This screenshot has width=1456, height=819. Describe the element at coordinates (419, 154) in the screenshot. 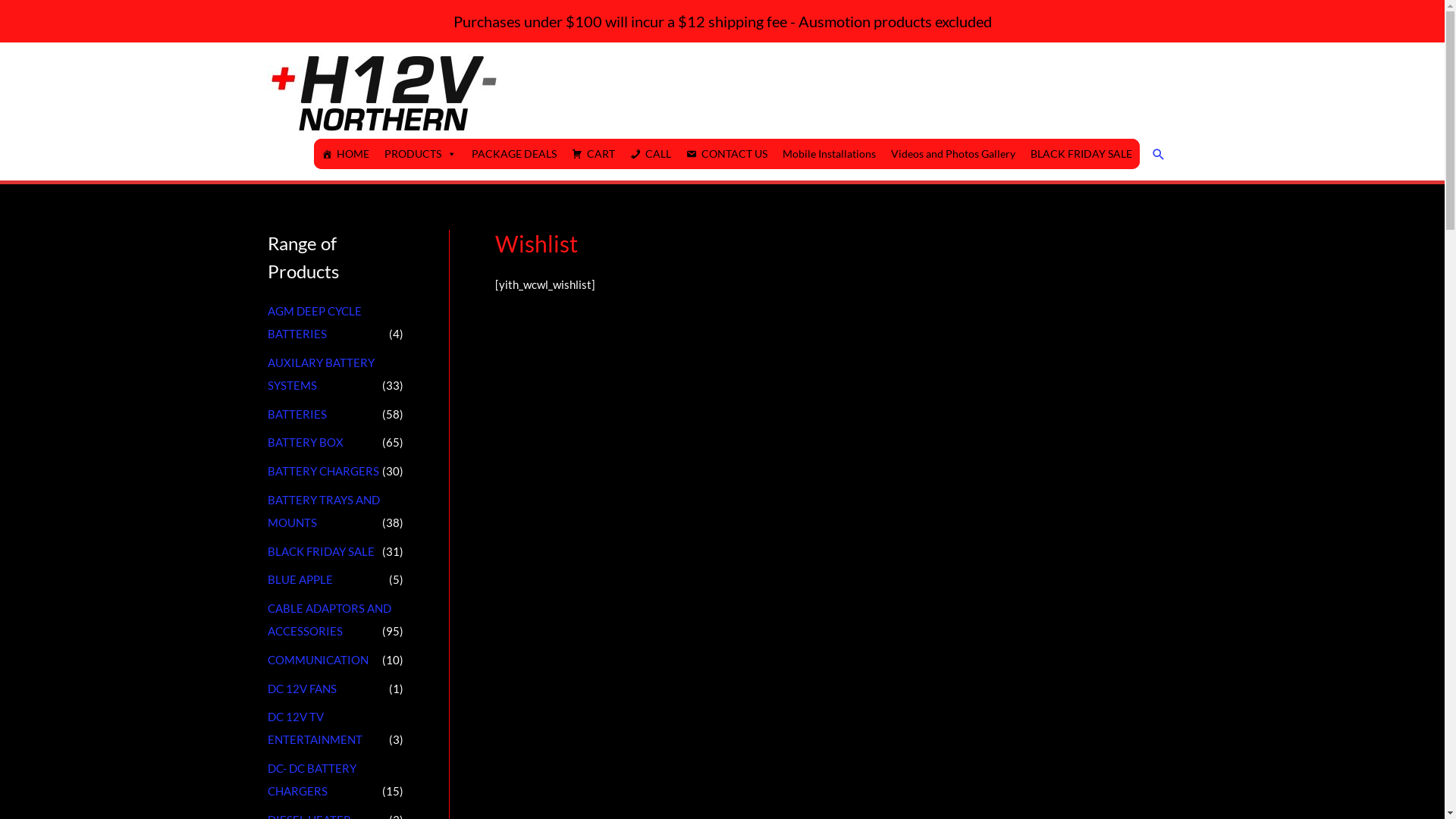

I see `'PRODUCTS'` at that location.